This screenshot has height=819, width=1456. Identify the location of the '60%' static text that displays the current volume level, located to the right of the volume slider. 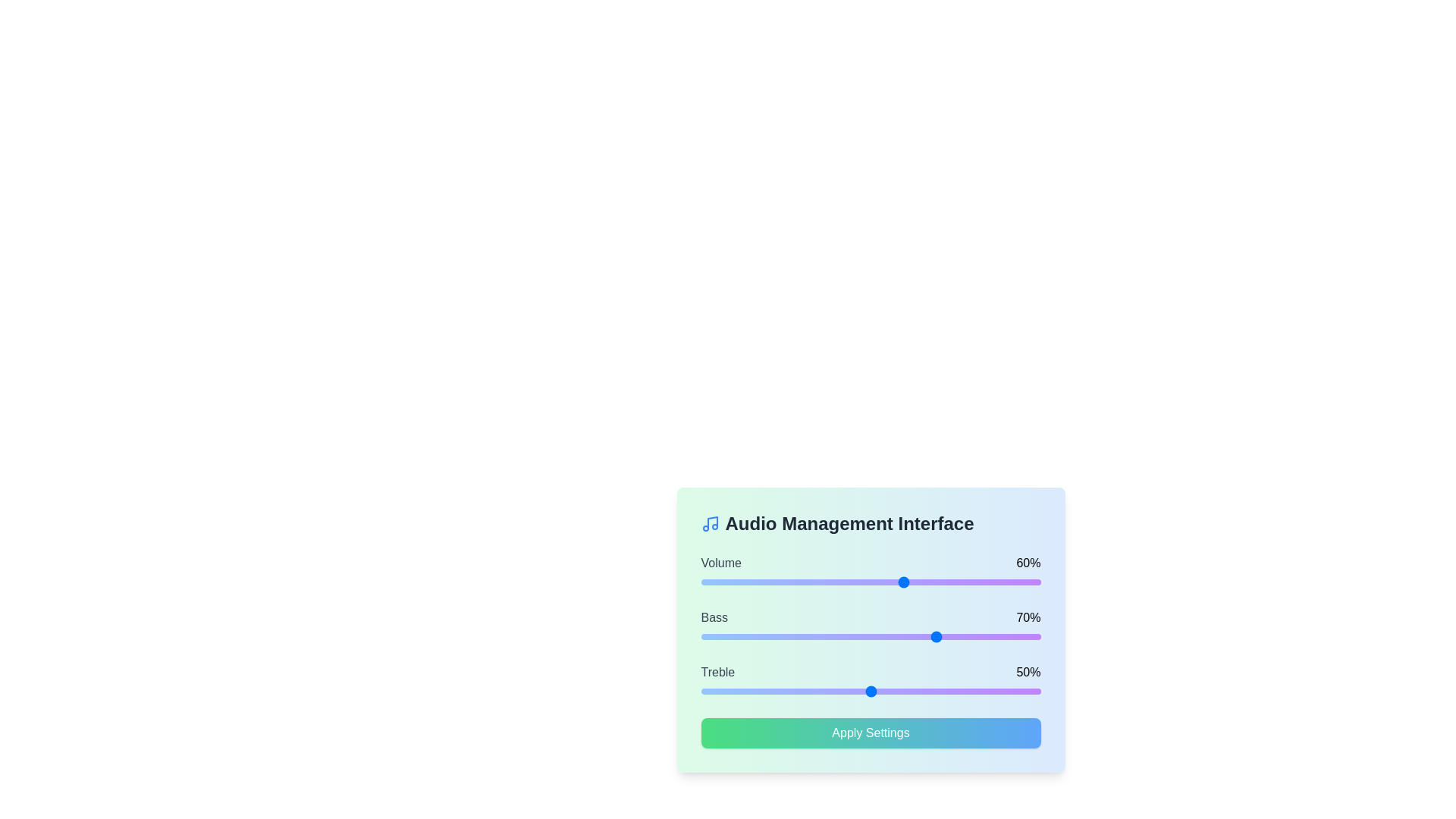
(1028, 563).